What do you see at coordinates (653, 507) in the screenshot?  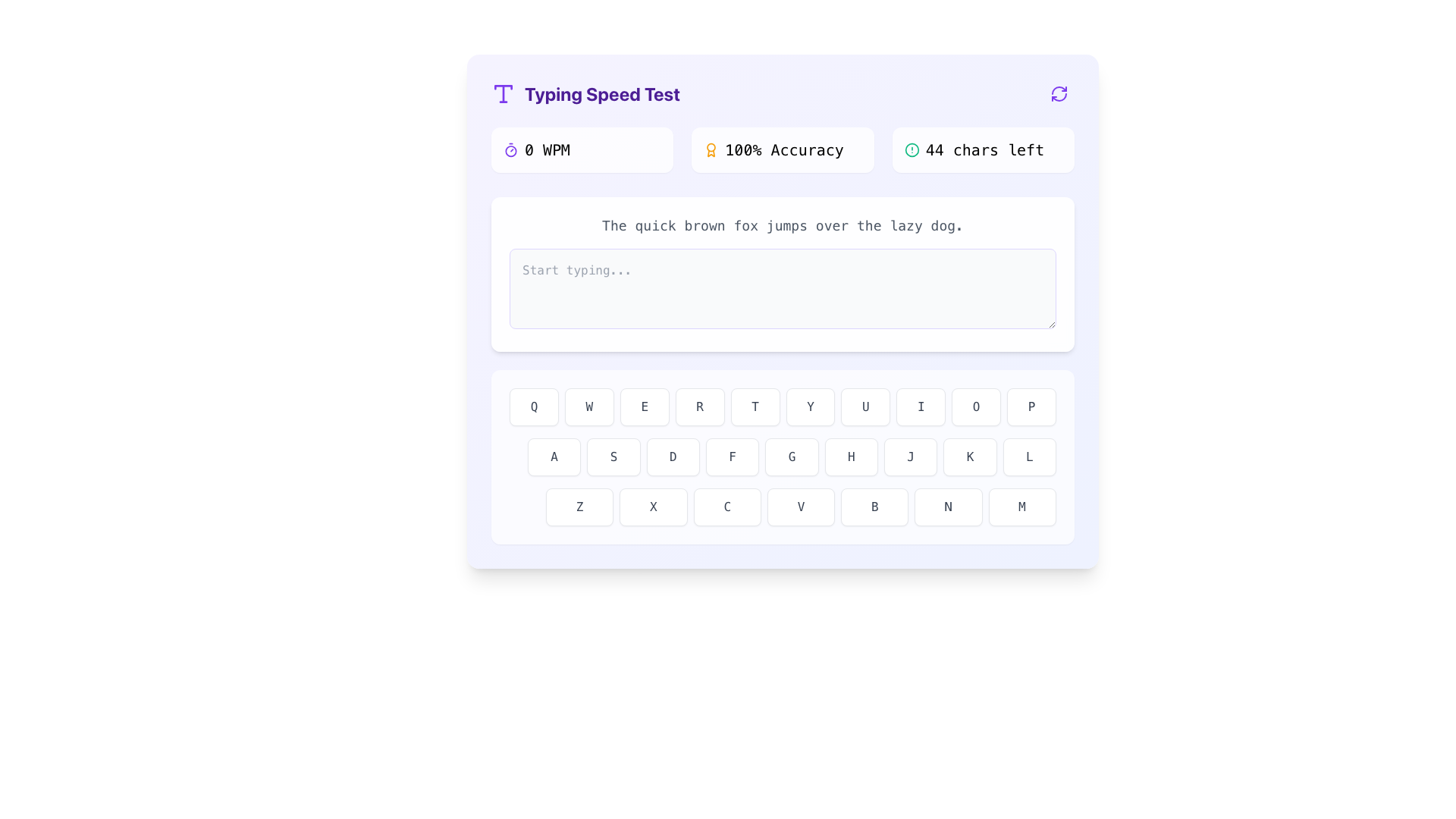 I see `the rectangular button with rounded corners labeled 'X' to input the letter X` at bounding box center [653, 507].